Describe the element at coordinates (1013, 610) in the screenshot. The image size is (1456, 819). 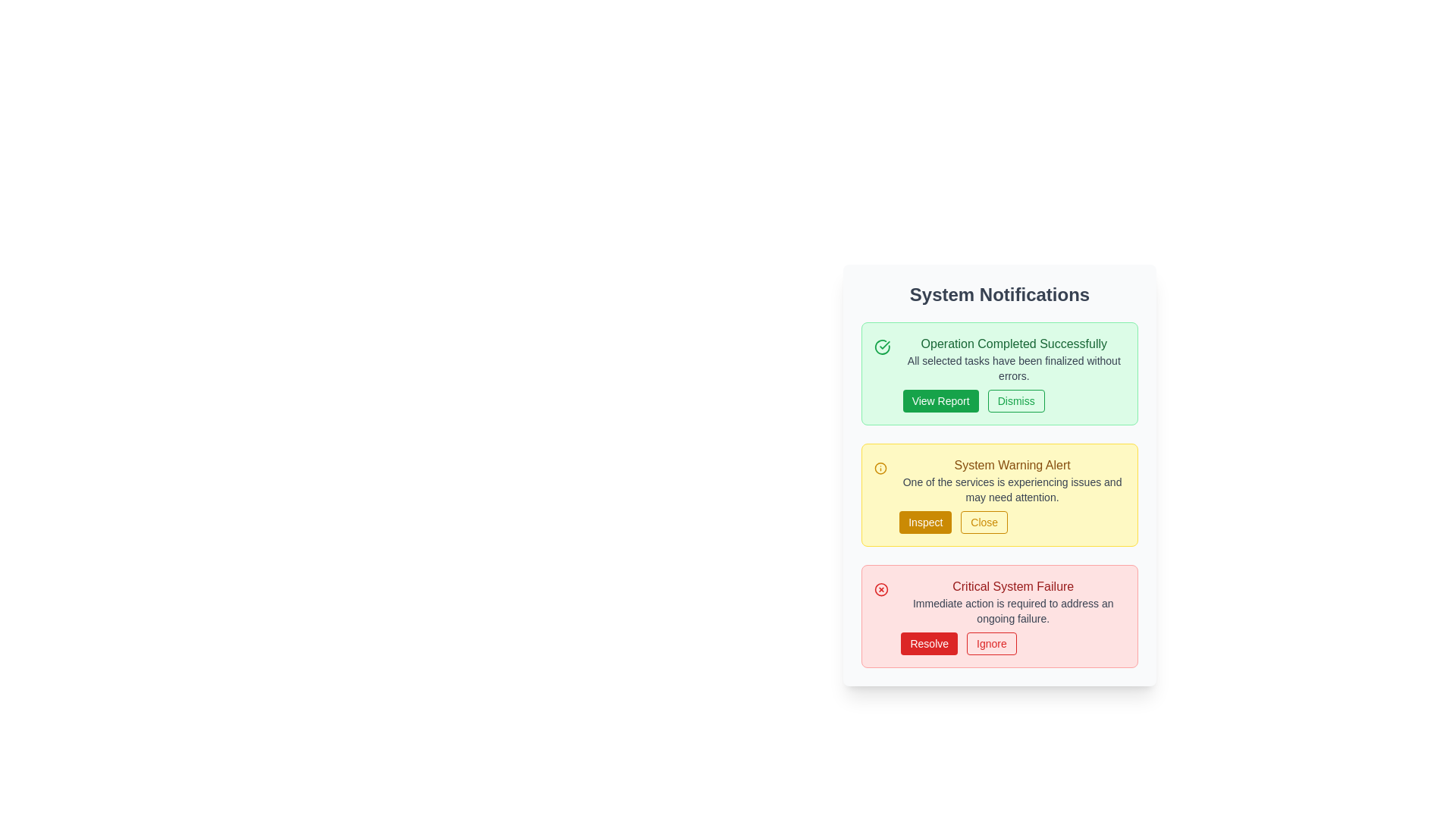
I see `the text label providing detailed information about the critical system failure, positioned below the heading 'Critical System Failure' and above the 'Resolve' and 'Ignore' buttons` at that location.